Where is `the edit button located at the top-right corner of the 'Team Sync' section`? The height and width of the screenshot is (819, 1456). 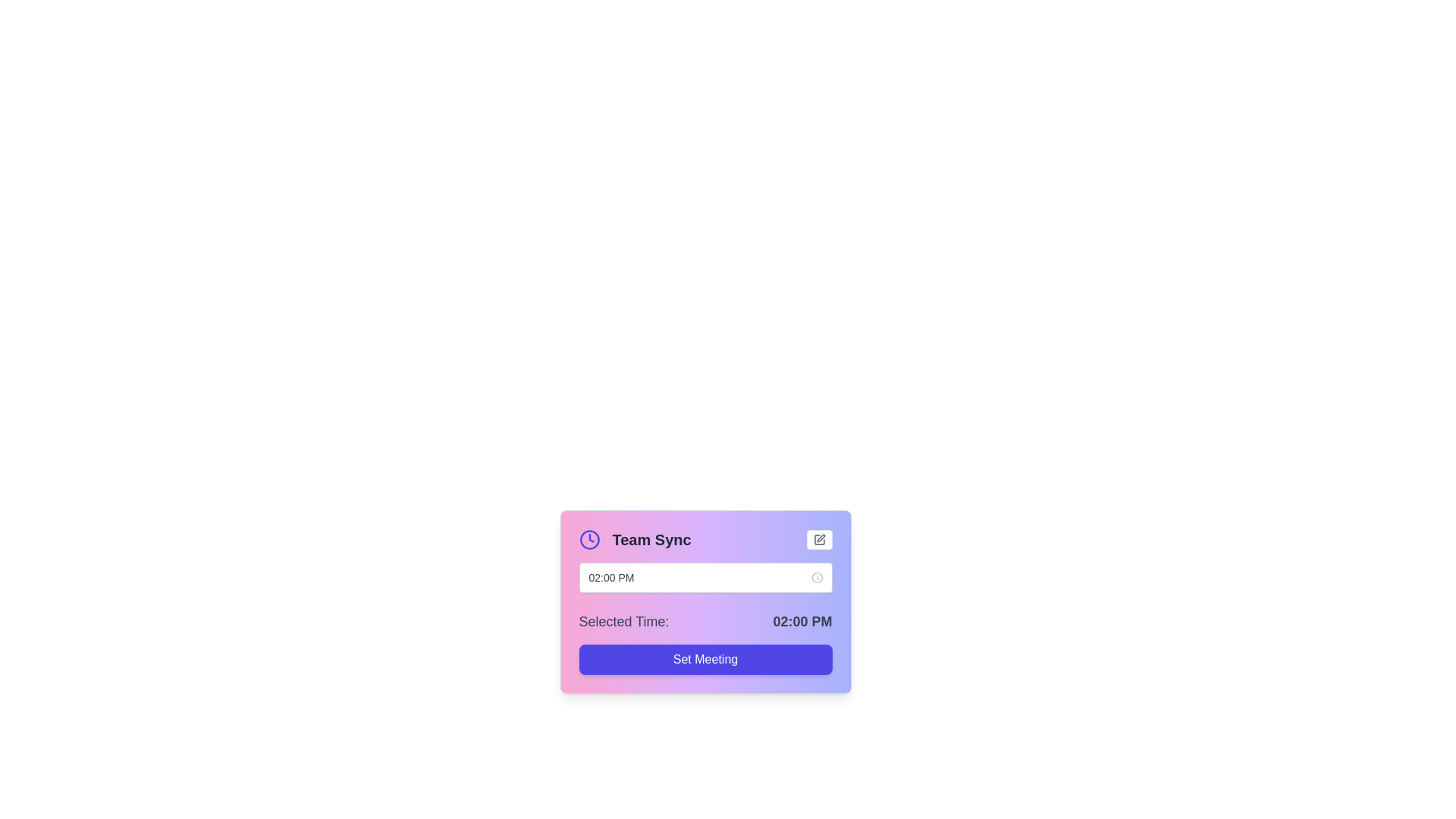 the edit button located at the top-right corner of the 'Team Sync' section is located at coordinates (818, 539).